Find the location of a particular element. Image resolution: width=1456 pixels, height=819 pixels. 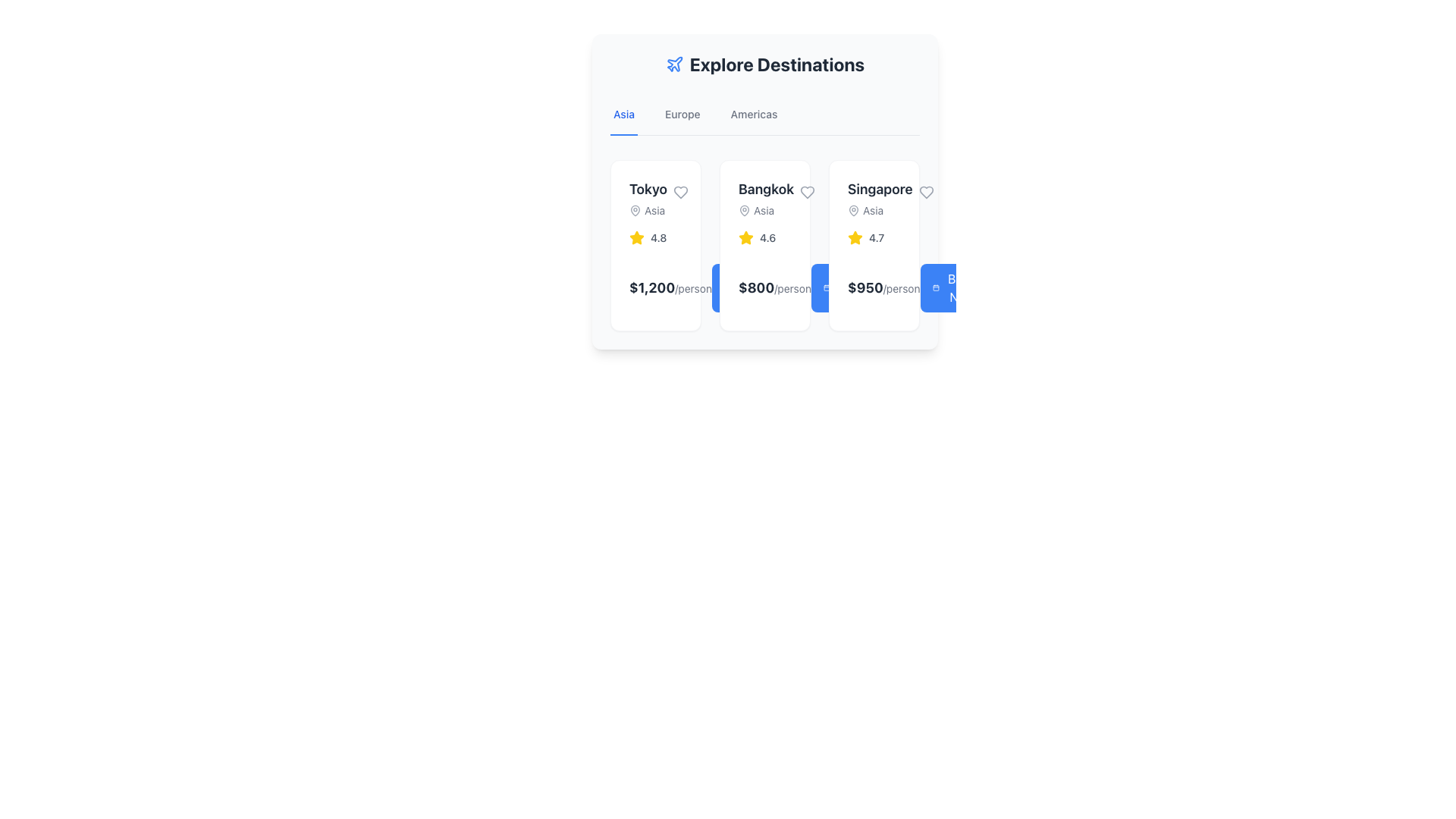

the small text label that reads '/person', which is styled in light gray and appears immediately to the right of the price '$950' in the third card of the 'Asia' section for 'Singapore' is located at coordinates (902, 288).